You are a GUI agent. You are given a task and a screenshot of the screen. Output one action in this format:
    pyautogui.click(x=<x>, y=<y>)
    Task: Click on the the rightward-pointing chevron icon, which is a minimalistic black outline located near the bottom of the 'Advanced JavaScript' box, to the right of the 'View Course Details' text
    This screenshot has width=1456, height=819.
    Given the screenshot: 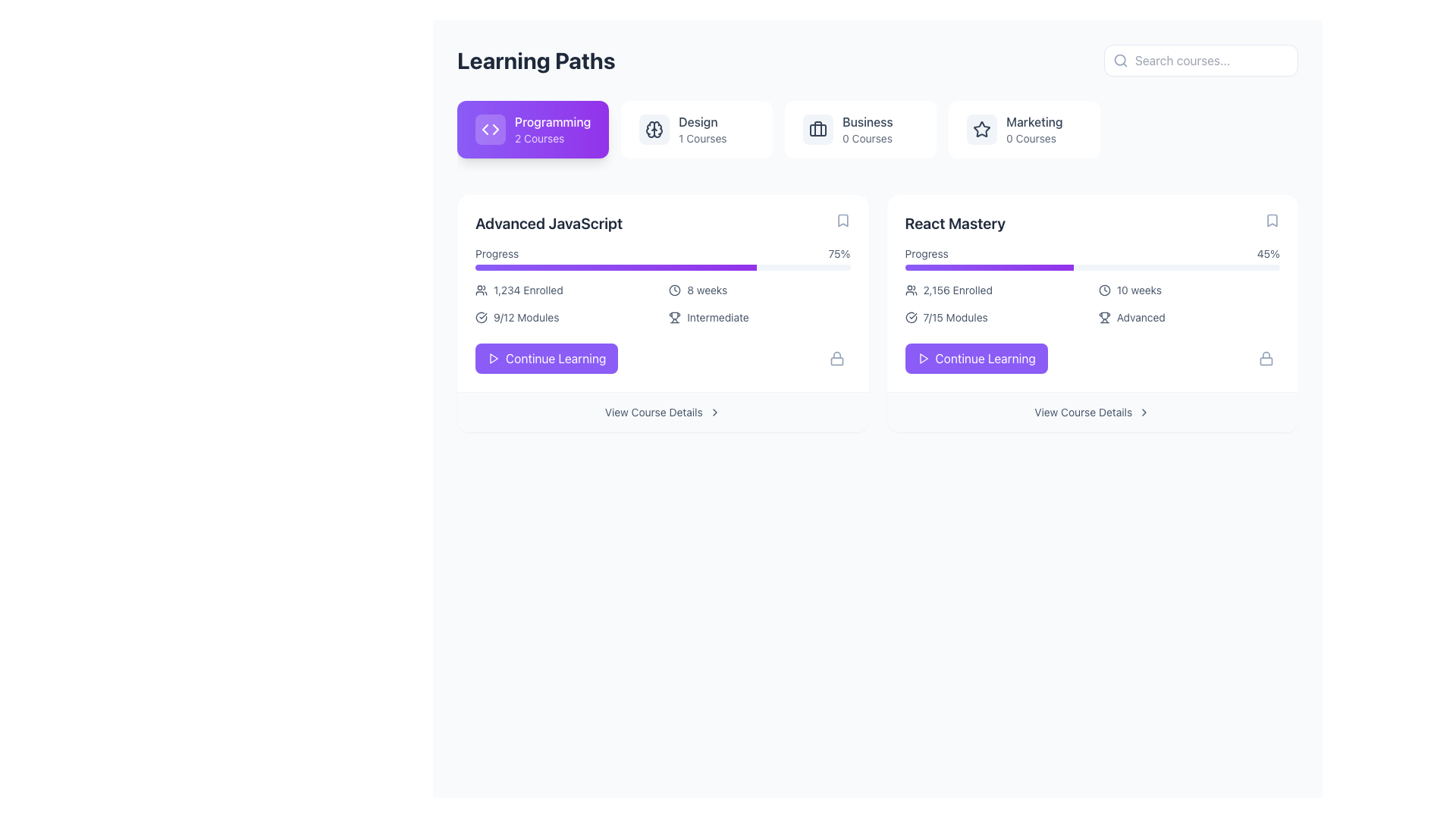 What is the action you would take?
    pyautogui.click(x=714, y=412)
    